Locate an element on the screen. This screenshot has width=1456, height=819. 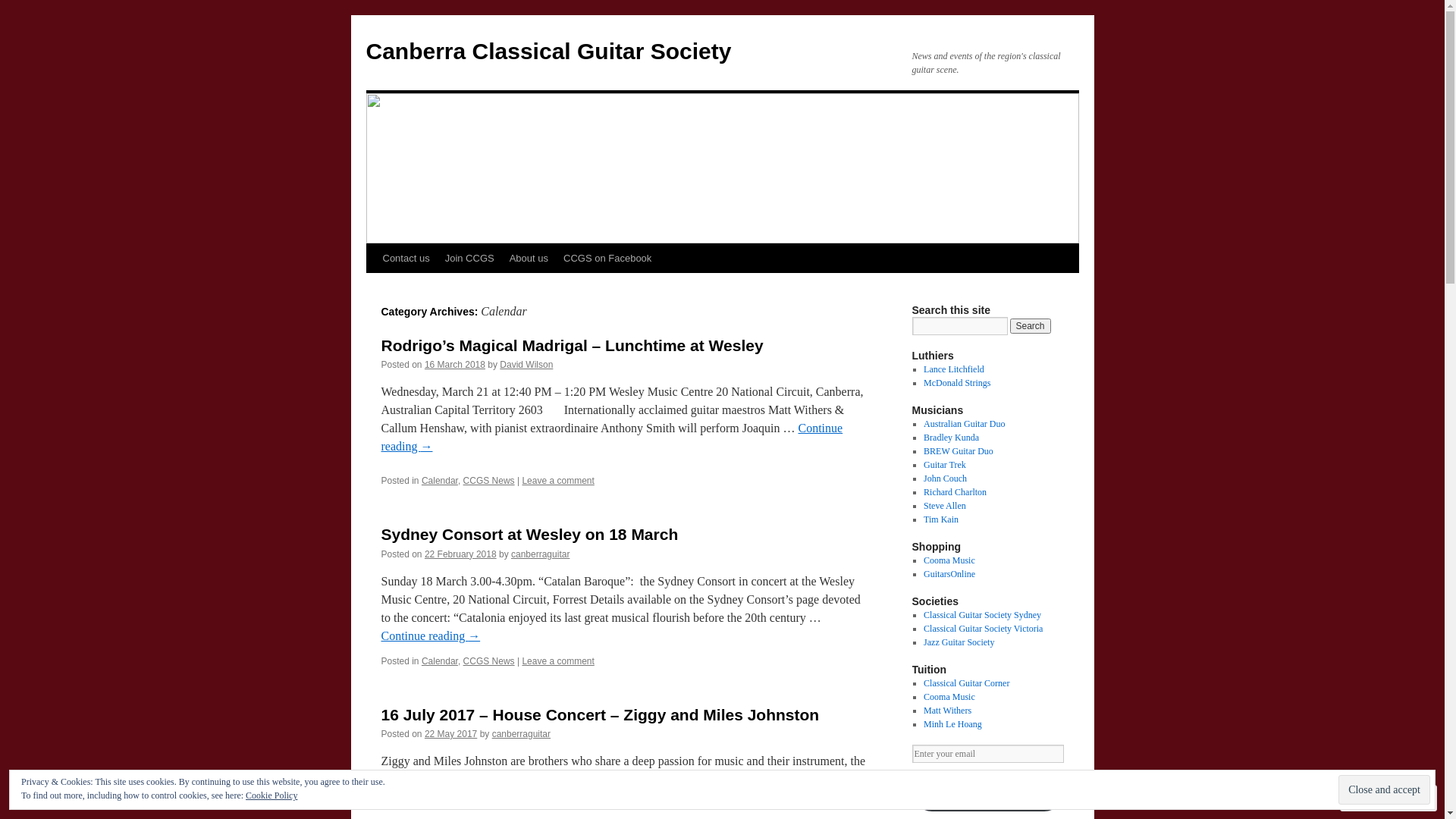
'22 February 2018' is located at coordinates (460, 554).